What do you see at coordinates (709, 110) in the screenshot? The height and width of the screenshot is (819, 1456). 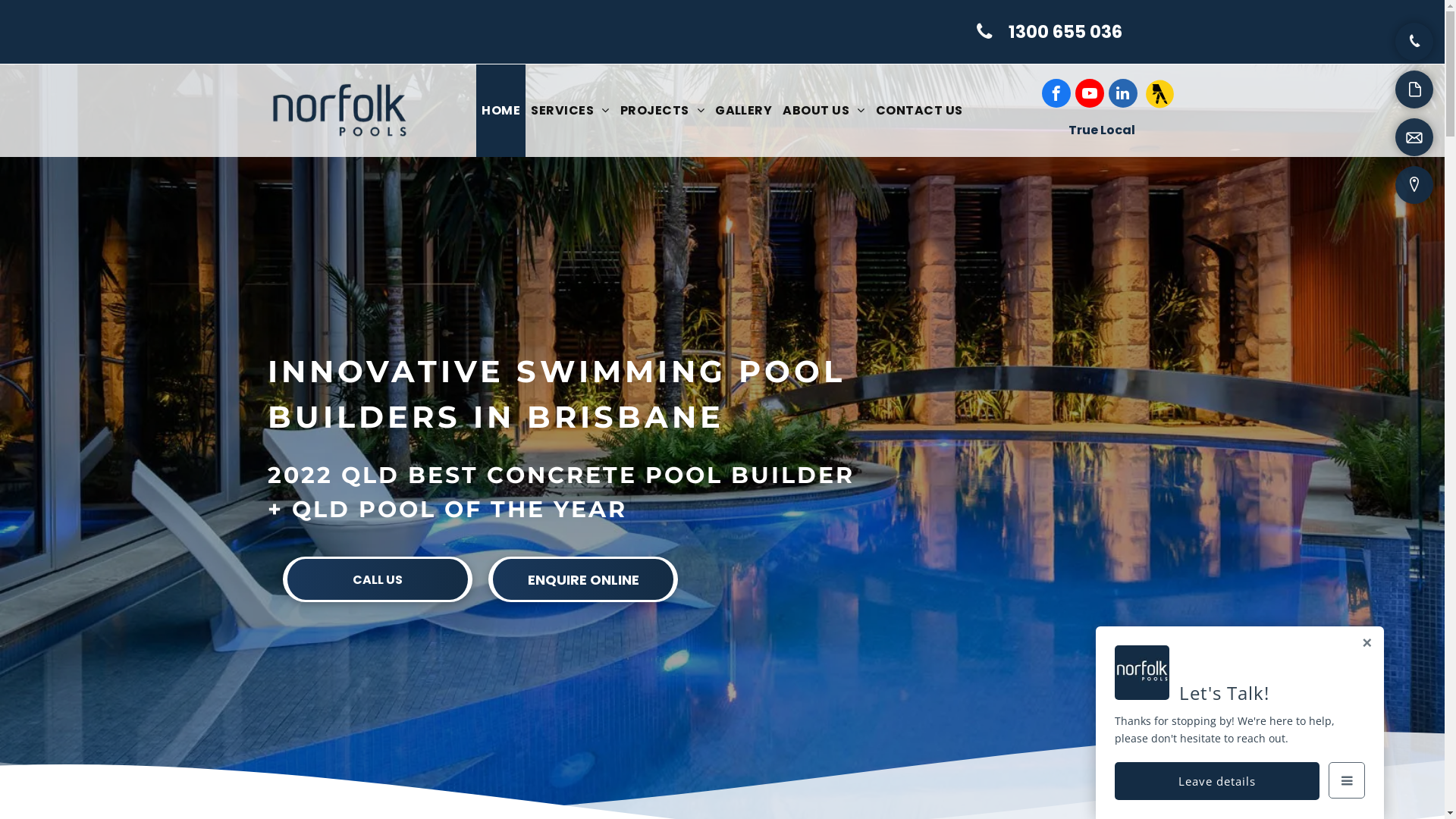 I see `'GALLERY'` at bounding box center [709, 110].